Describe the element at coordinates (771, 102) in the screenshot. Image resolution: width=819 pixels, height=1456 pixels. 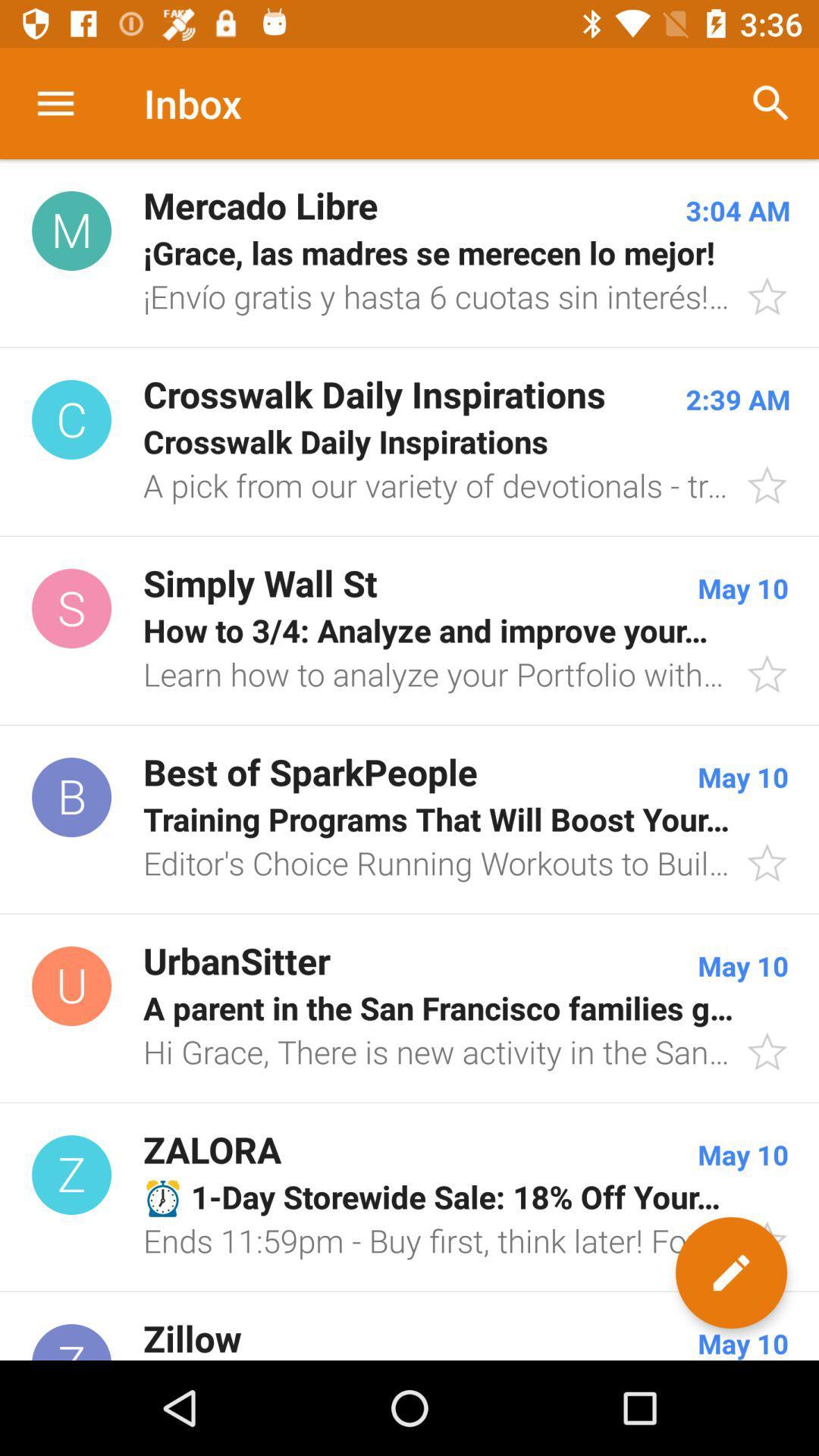
I see `the icon to the right of inbox` at that location.